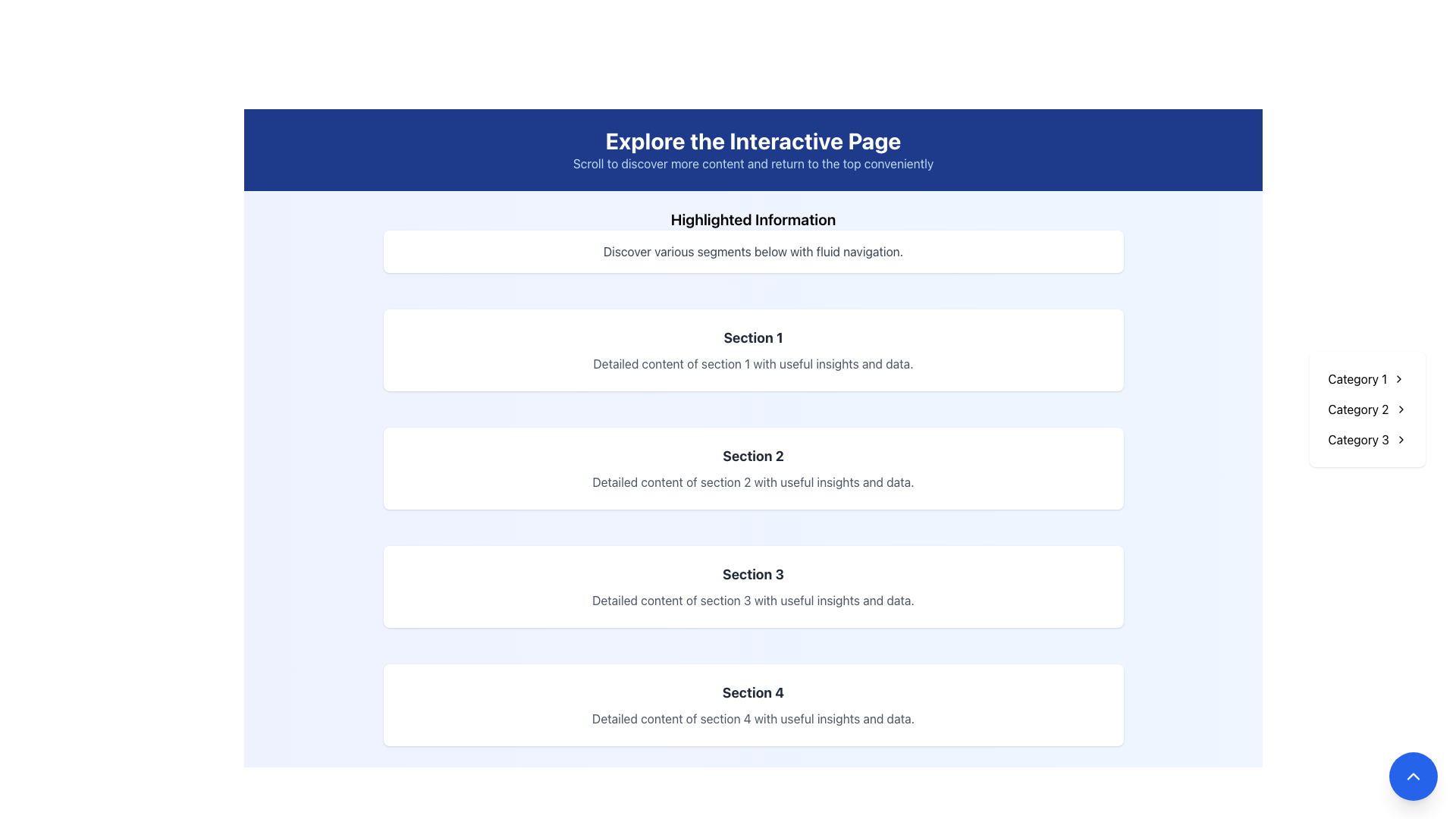 Image resolution: width=1456 pixels, height=819 pixels. I want to click on the Chevron indicator icon next to 'Category 1', so click(1398, 378).